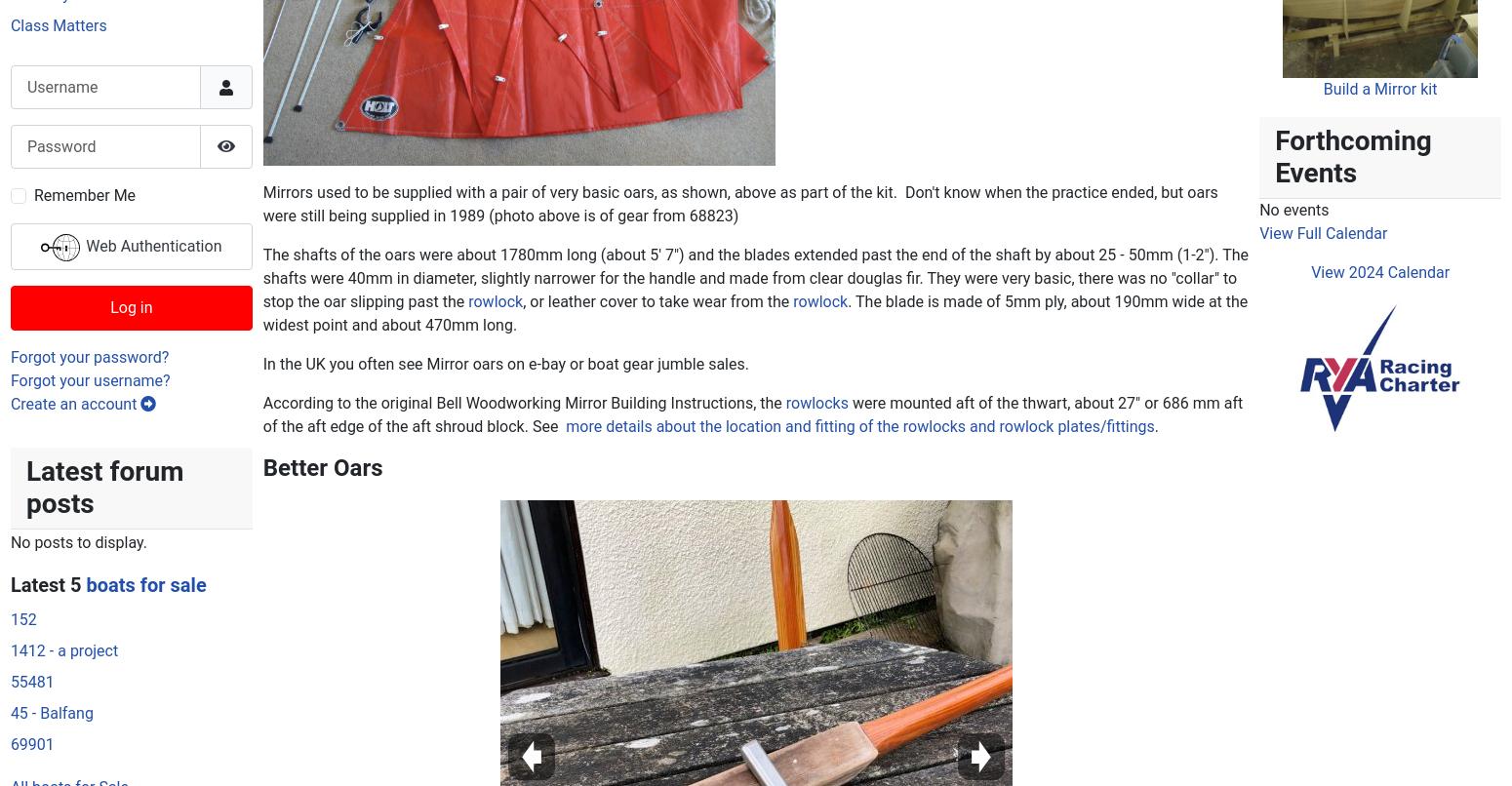  What do you see at coordinates (857, 49) in the screenshot?
I see `'more details about the location and fitting of the rowlocks and rowlock plates/fittings'` at bounding box center [857, 49].